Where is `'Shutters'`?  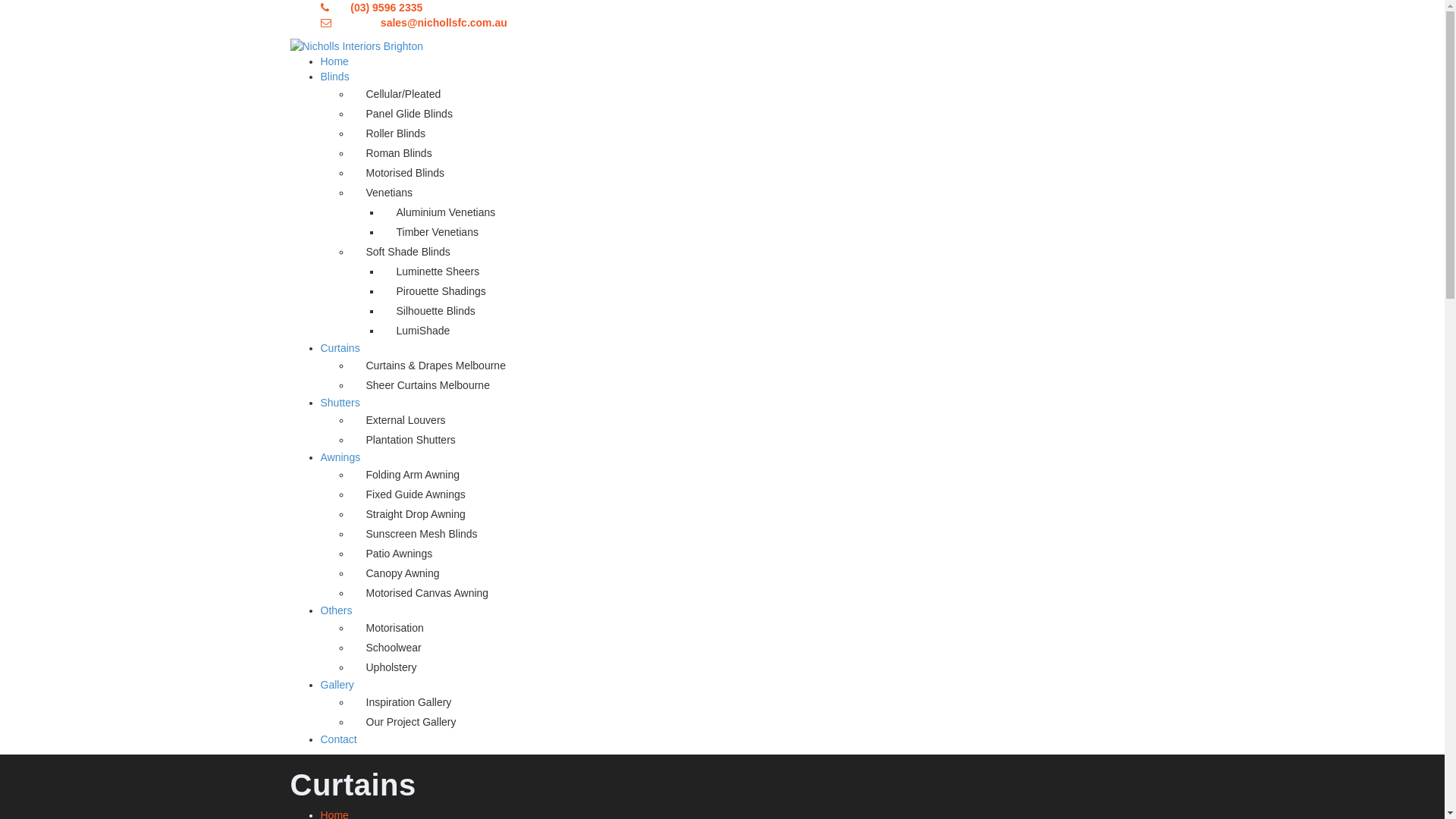
'Shutters' is located at coordinates (338, 402).